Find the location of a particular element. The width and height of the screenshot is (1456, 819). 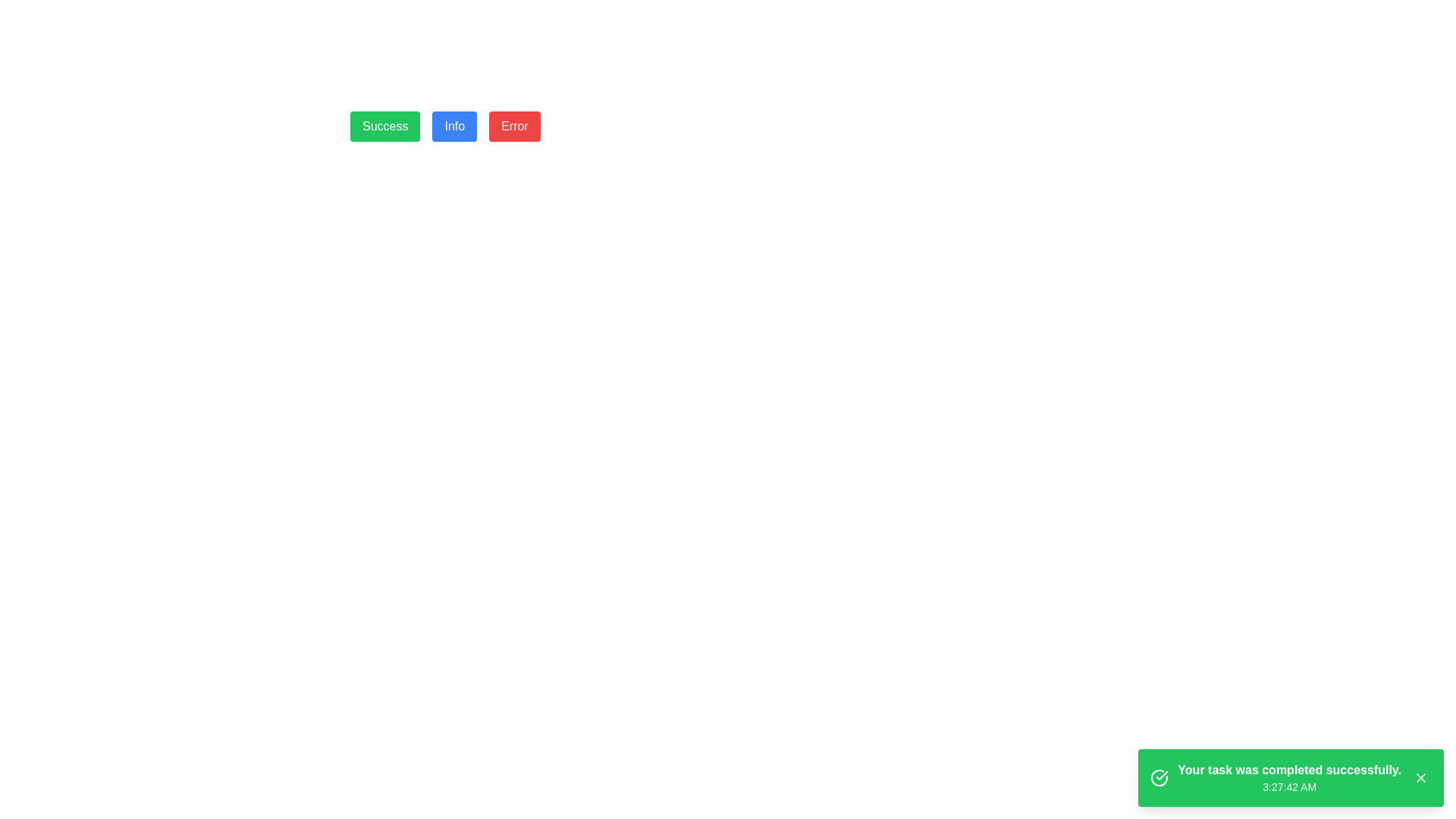

the 'Error' button, which is the third button in a horizontal row of three buttons labeled 'Success', 'Info', and 'Error' is located at coordinates (514, 125).